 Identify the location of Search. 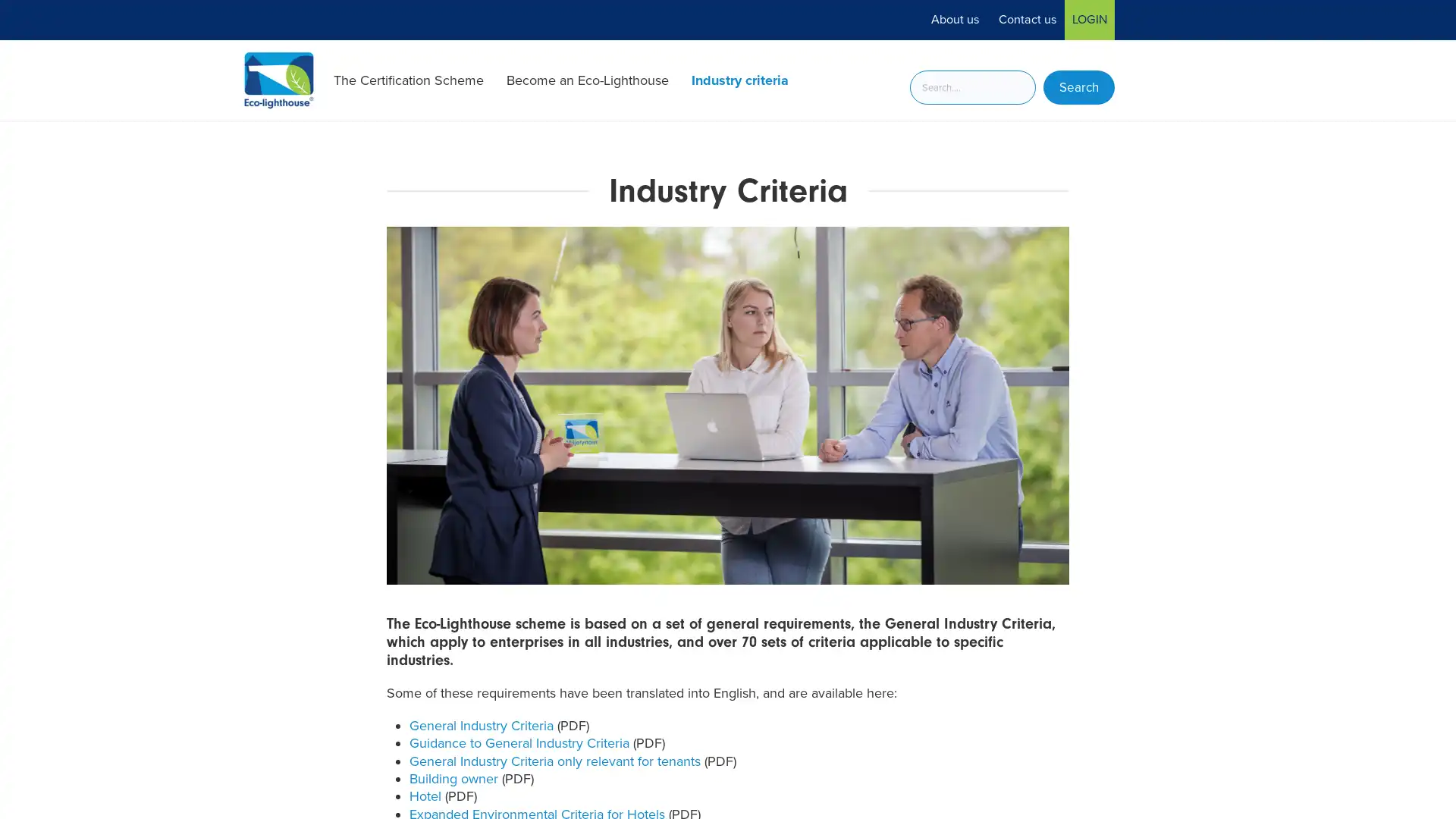
(1078, 87).